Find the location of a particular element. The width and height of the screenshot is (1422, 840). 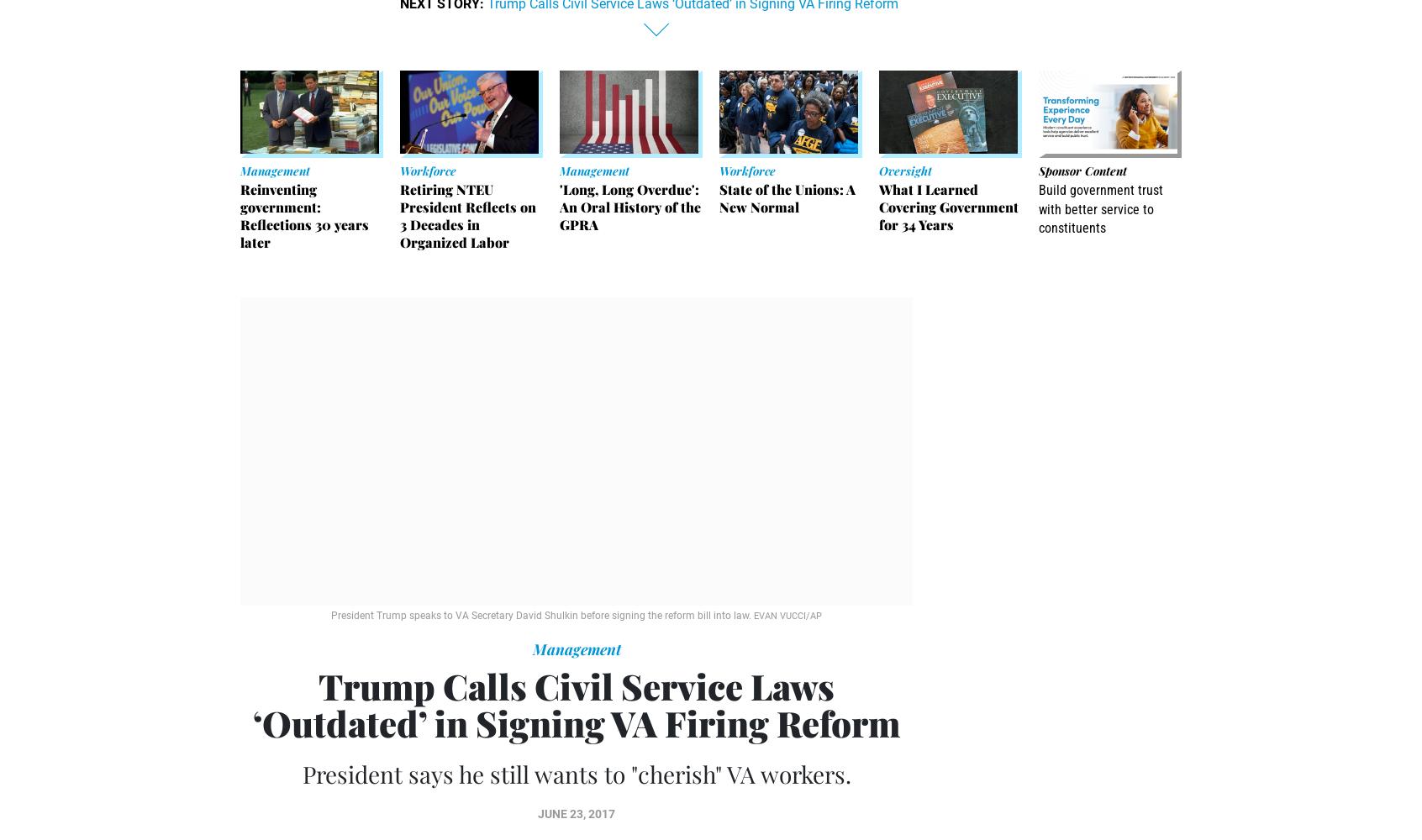

'Sponsor Message' is located at coordinates (1055, 301).